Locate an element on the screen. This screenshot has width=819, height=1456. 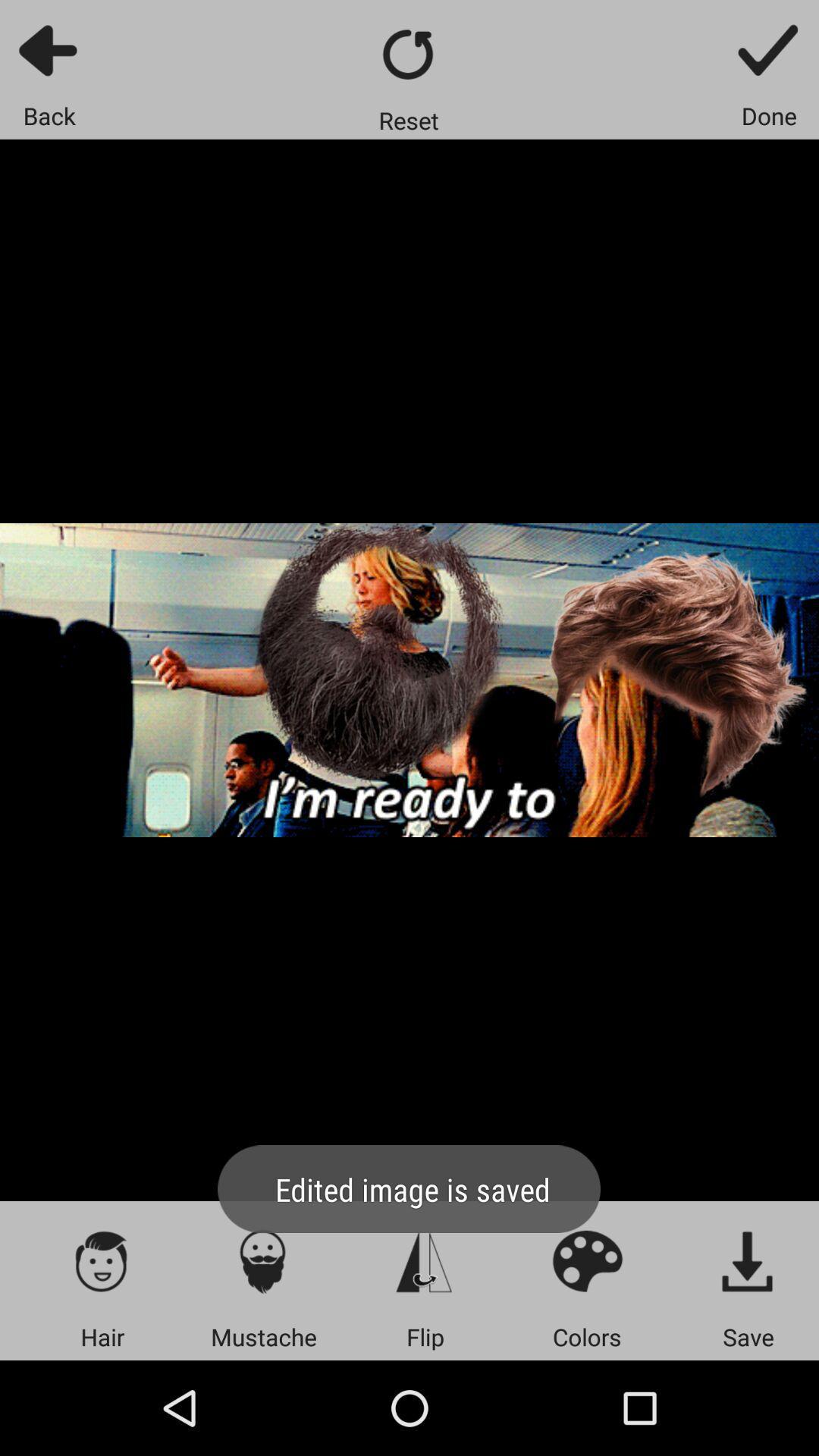
flip image is located at coordinates (425, 1260).